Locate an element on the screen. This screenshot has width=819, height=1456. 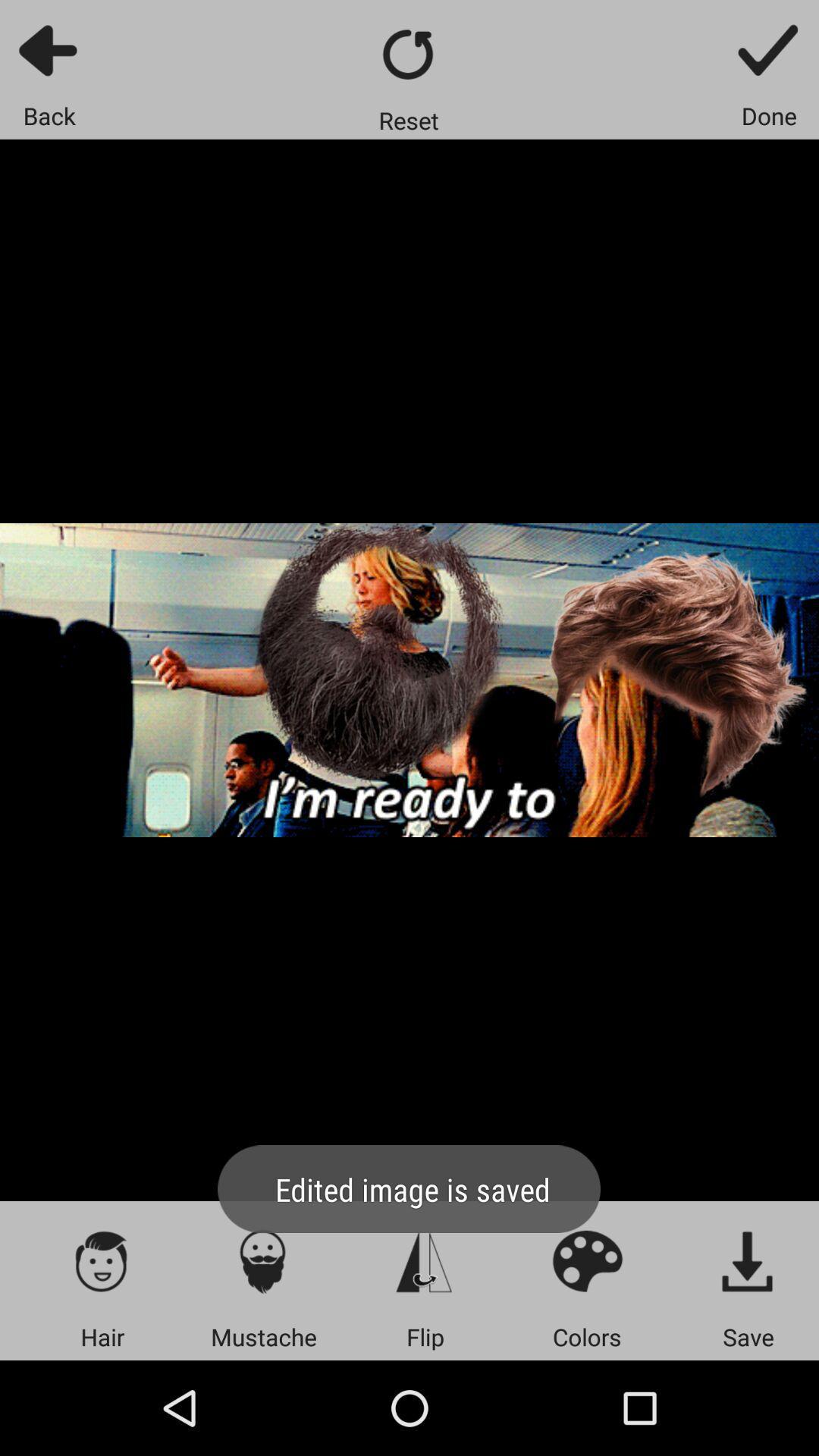
flip image is located at coordinates (425, 1260).